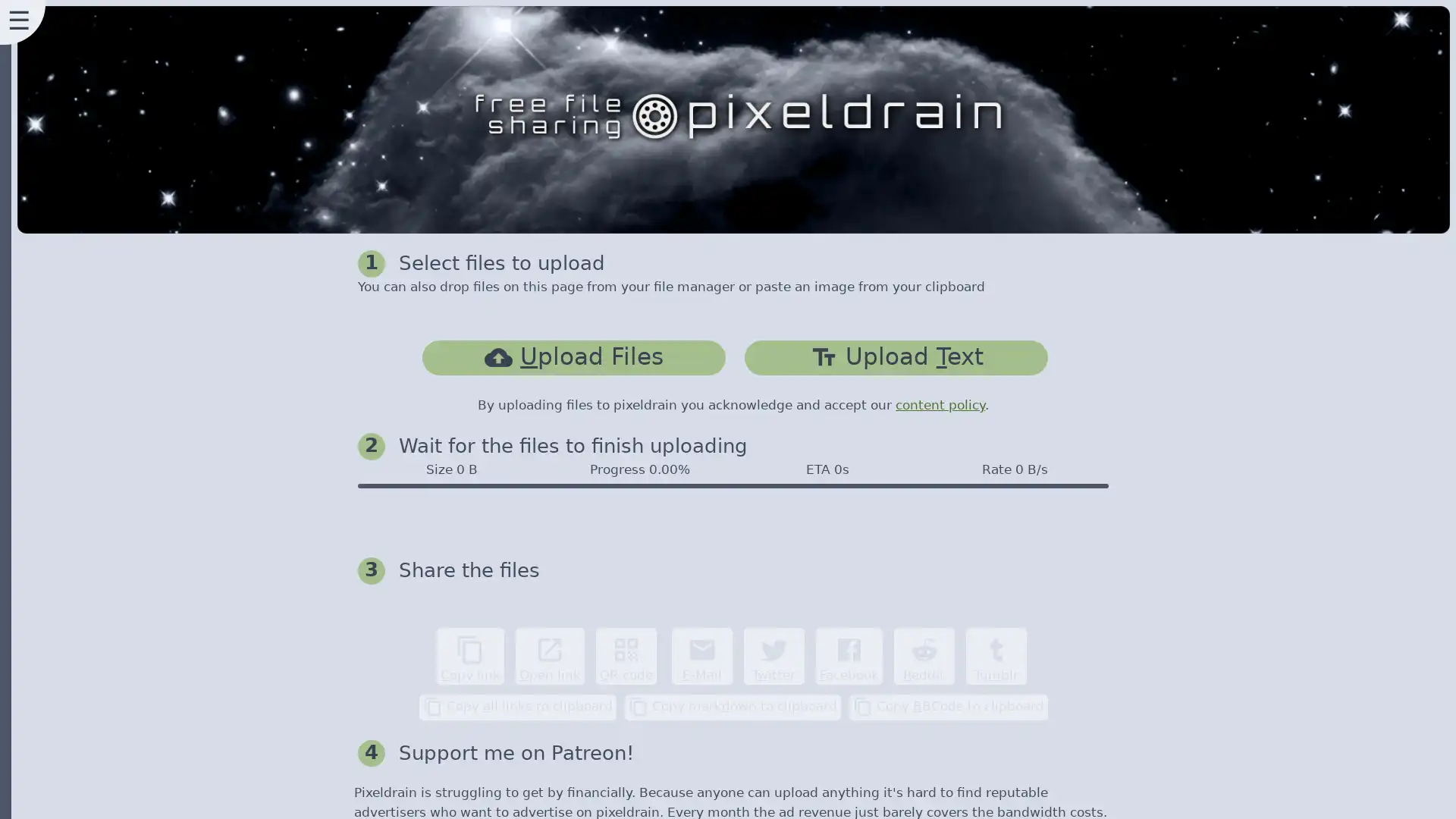  I want to click on Tumblr, so click(1100, 655).